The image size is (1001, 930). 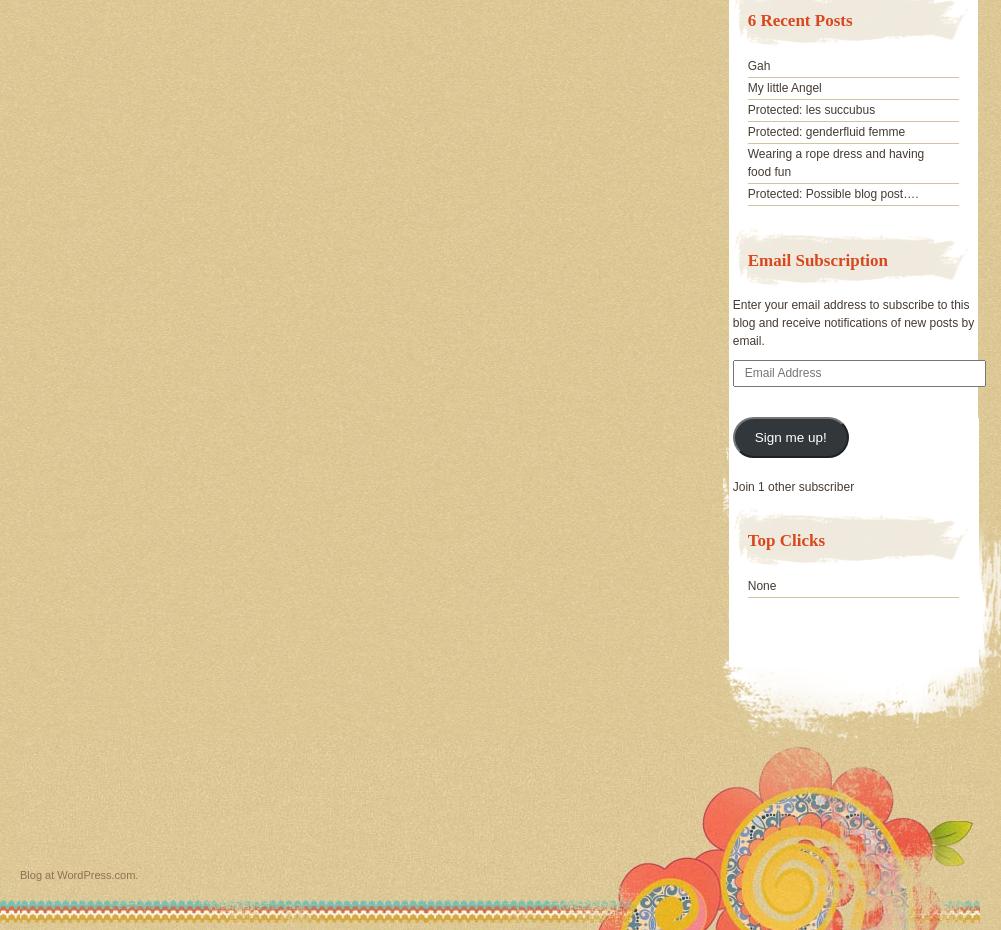 I want to click on 'Protected: Possible blog post….', so click(x=831, y=192).